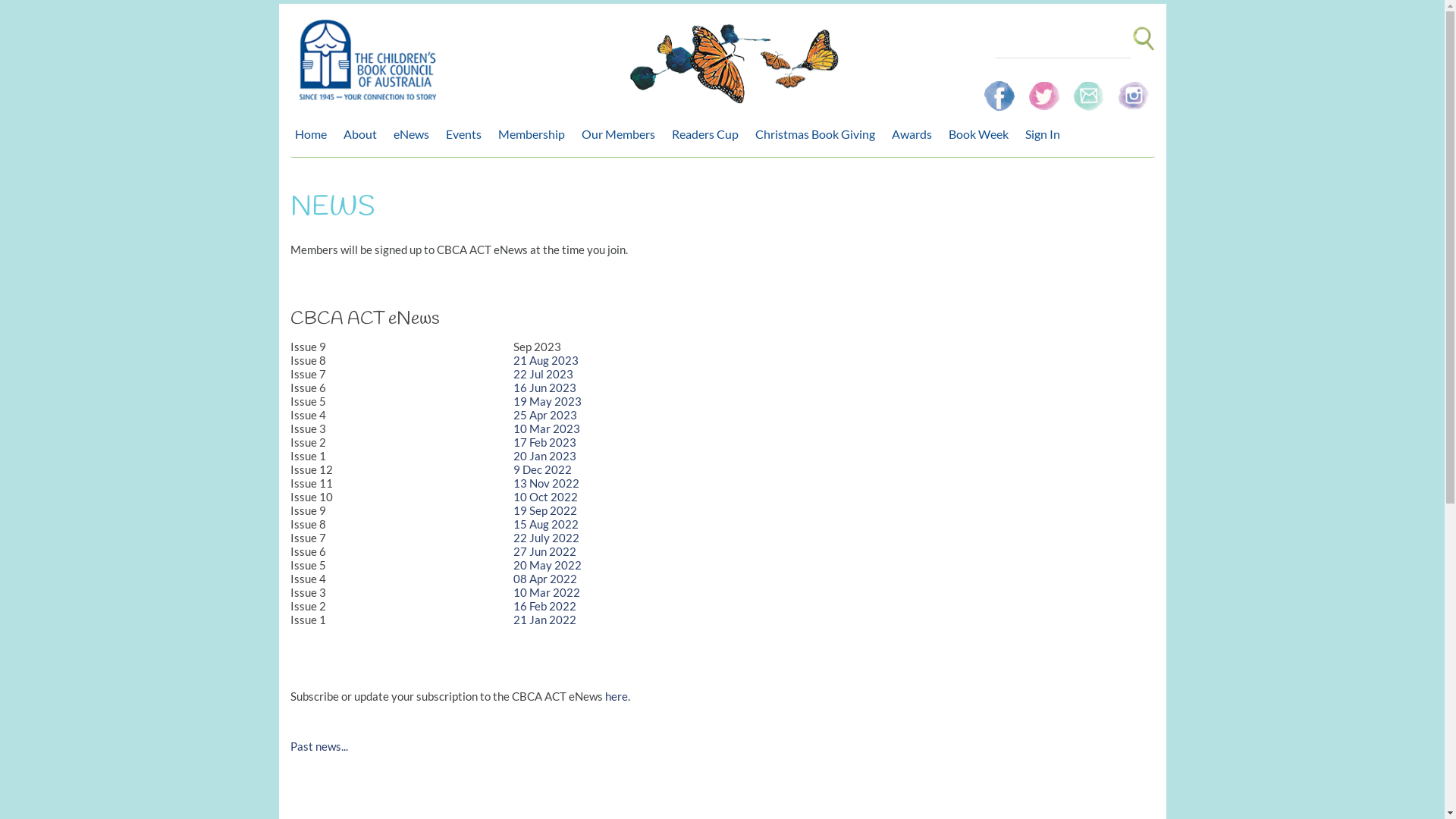 This screenshot has width=1456, height=819. What do you see at coordinates (621, 133) in the screenshot?
I see `'Our Members'` at bounding box center [621, 133].